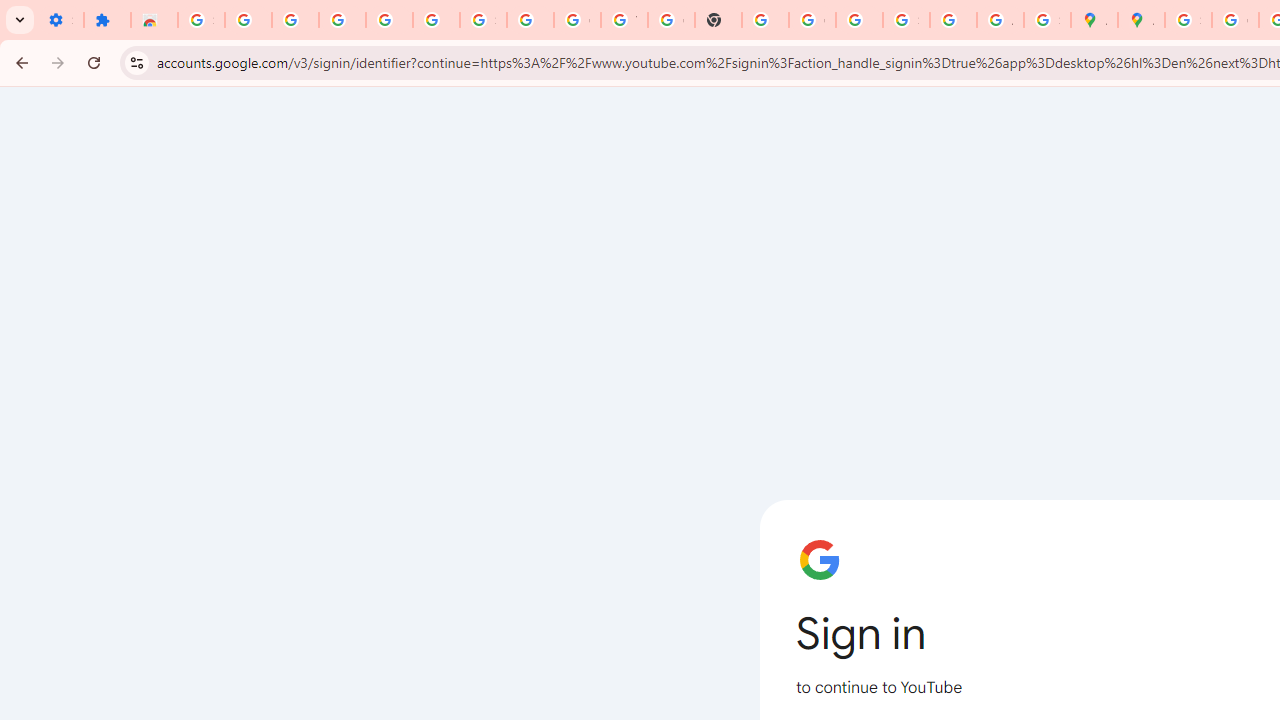  Describe the element at coordinates (718, 20) in the screenshot. I see `'New Tab'` at that location.